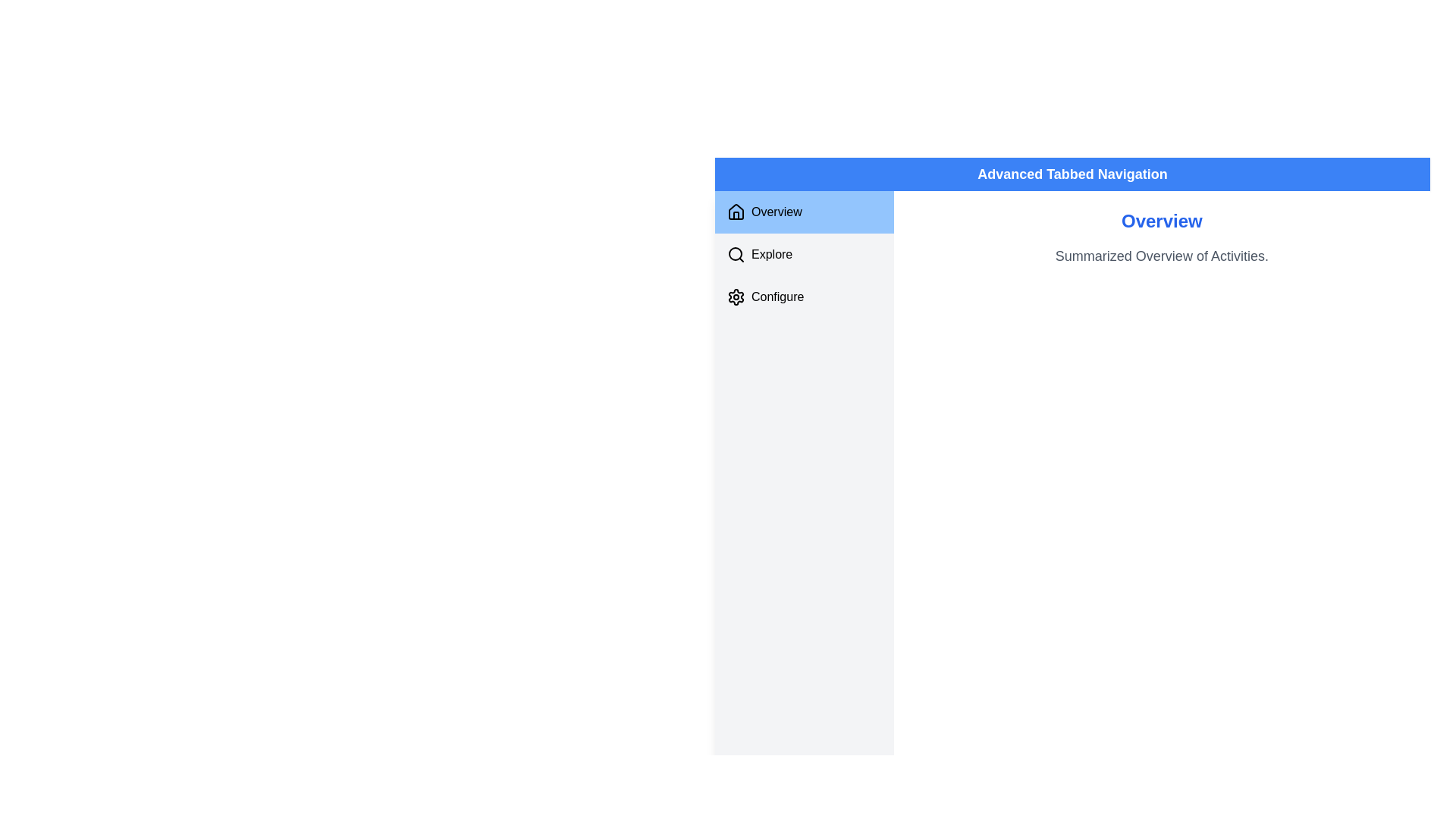 This screenshot has height=819, width=1456. I want to click on the gear-shaped settings icon, so click(736, 297).